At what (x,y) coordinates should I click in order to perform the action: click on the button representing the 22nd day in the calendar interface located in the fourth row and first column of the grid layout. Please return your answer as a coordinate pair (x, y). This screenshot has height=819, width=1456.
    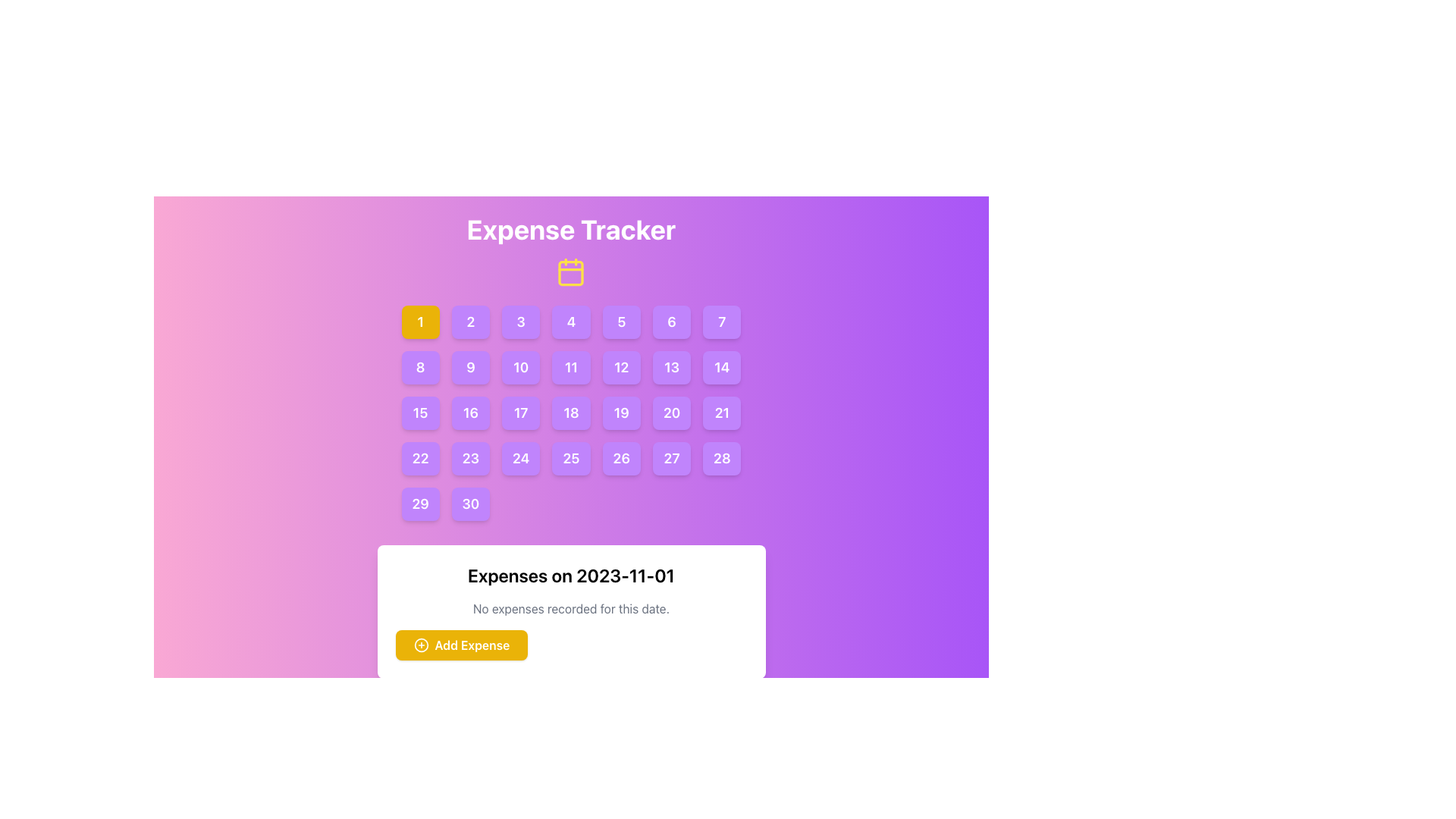
    Looking at the image, I should click on (420, 458).